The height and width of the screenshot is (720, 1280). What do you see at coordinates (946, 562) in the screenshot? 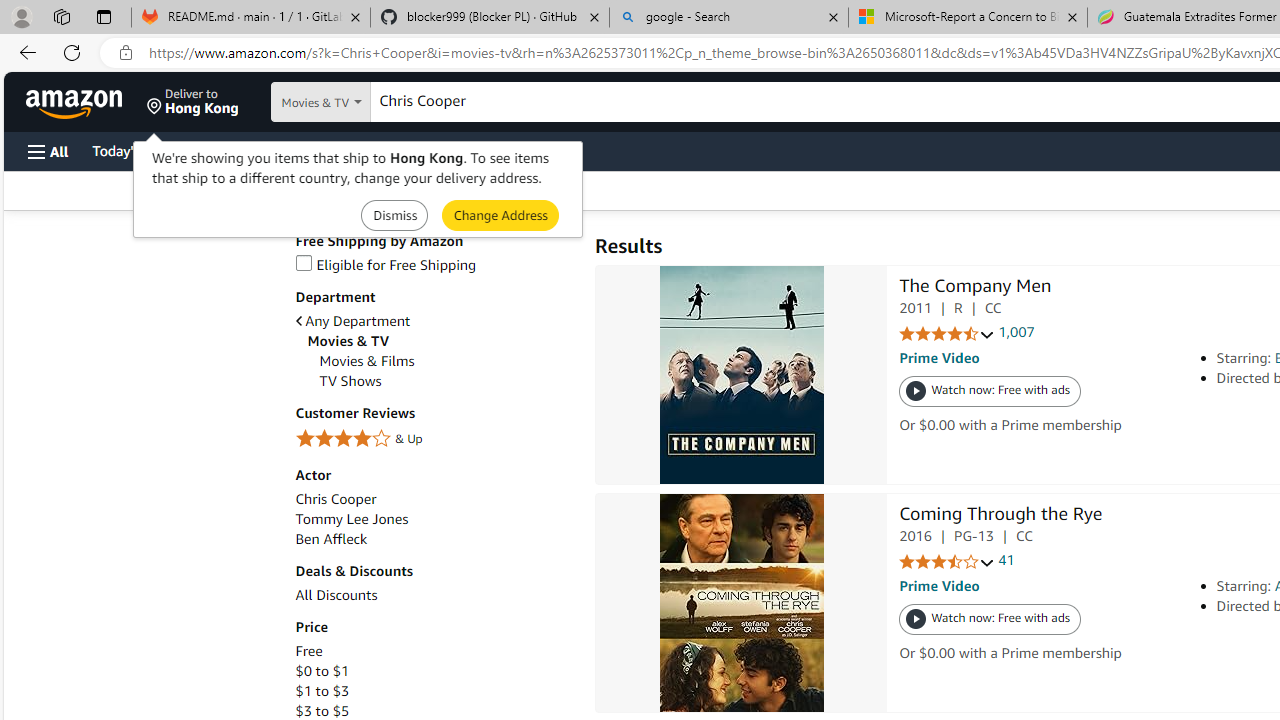
I see `'3.3 out of 5 stars'` at bounding box center [946, 562].